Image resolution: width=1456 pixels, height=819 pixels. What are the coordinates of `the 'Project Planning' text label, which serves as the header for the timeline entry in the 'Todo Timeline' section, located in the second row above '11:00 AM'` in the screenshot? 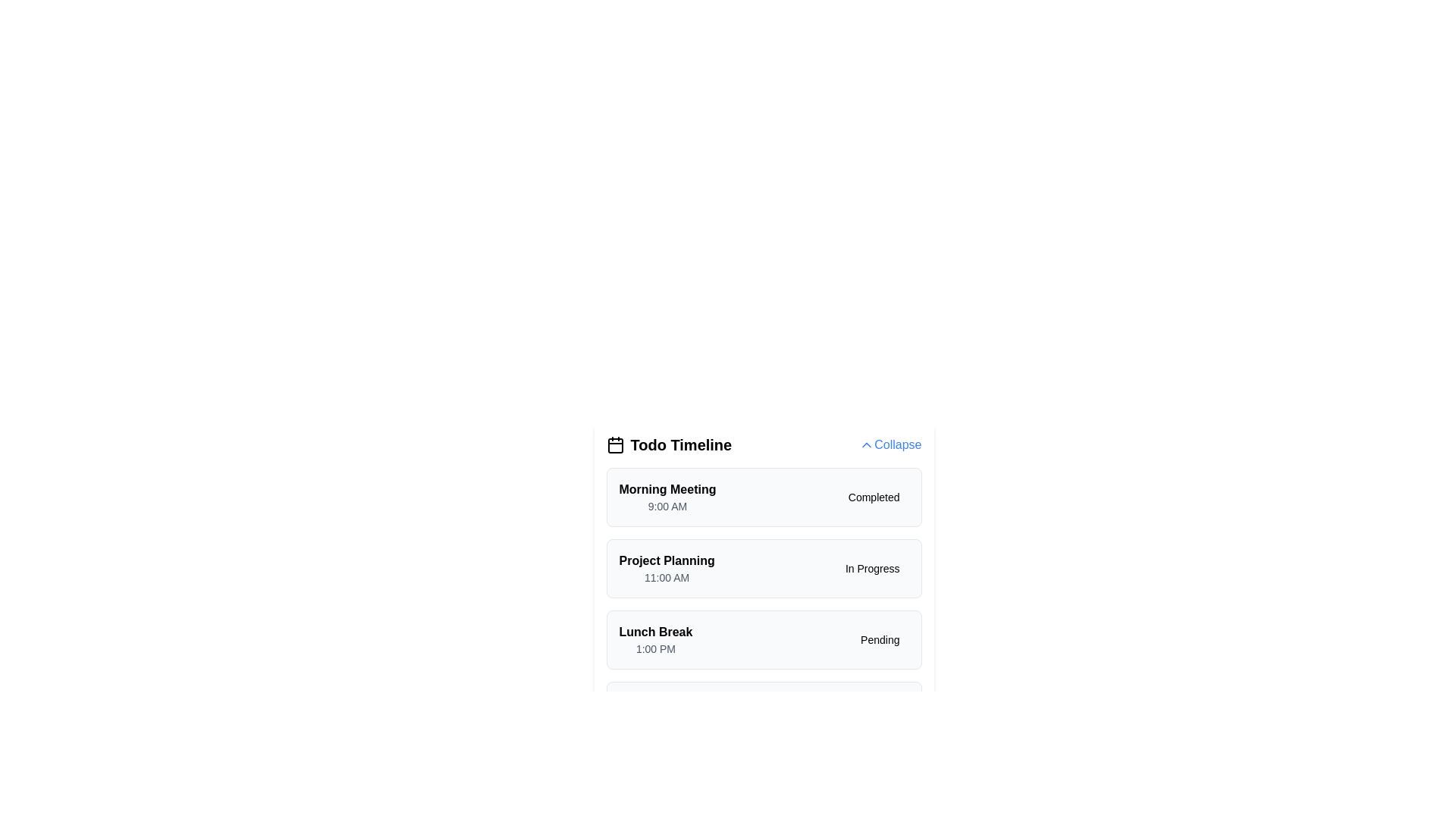 It's located at (667, 561).